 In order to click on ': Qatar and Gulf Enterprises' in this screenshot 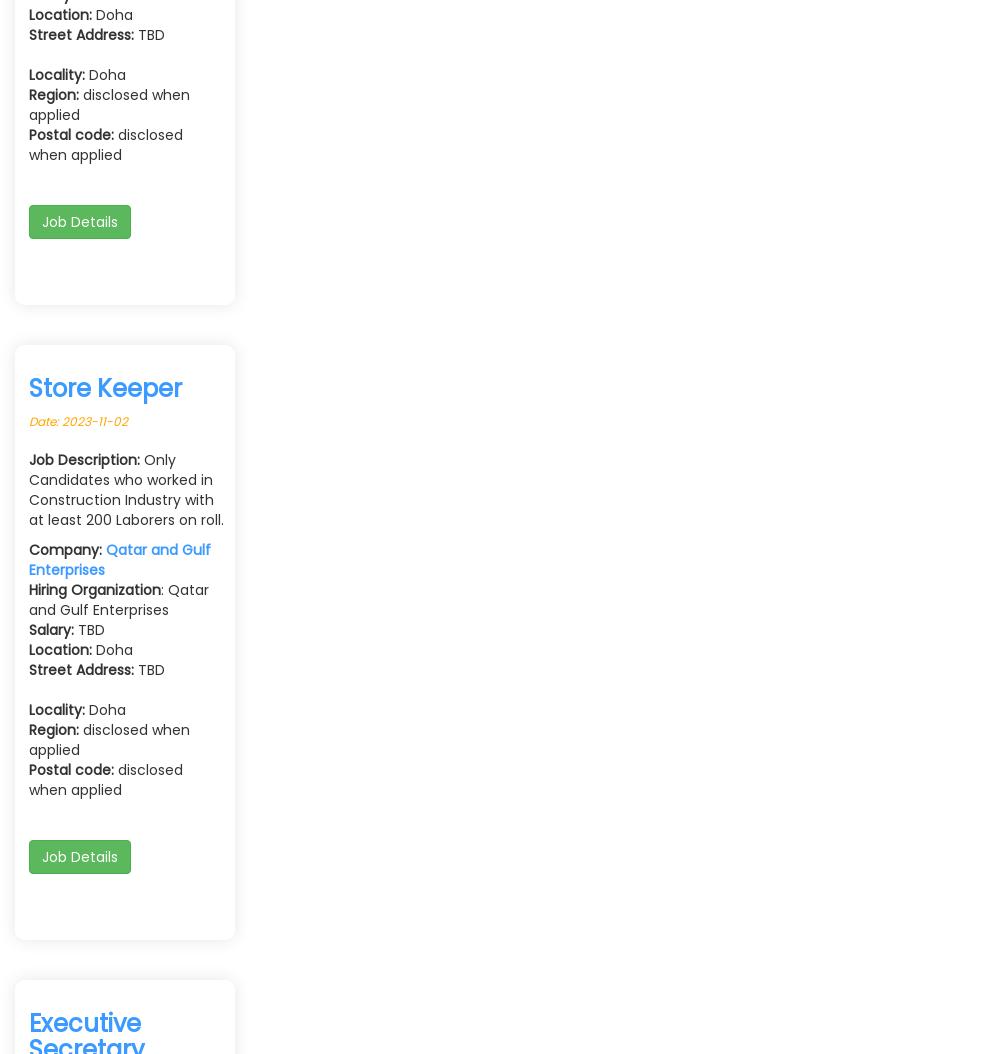, I will do `click(117, 597)`.